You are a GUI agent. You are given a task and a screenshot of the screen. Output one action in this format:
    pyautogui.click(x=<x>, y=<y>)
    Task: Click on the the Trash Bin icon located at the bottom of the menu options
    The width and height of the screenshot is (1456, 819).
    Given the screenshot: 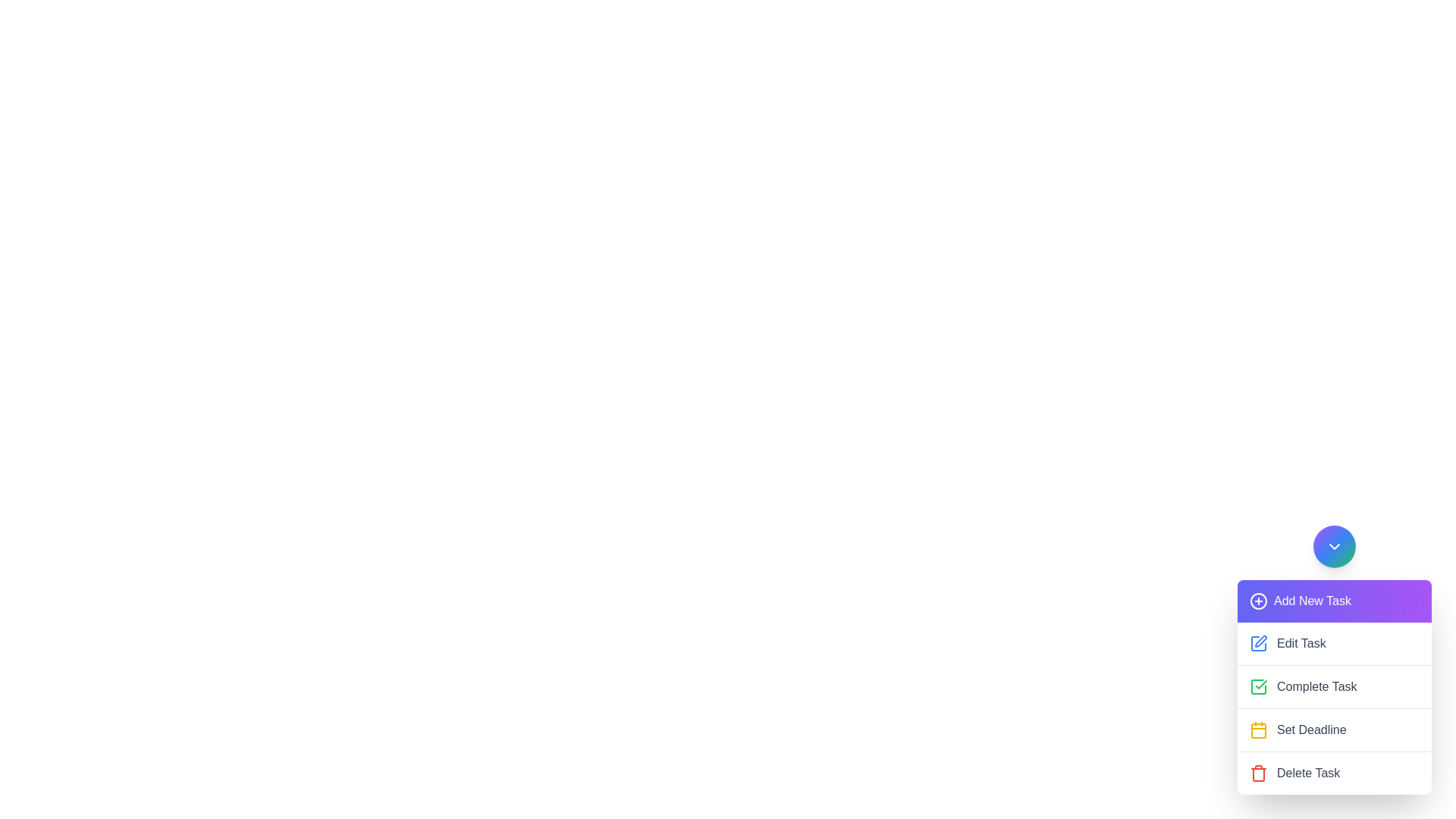 What is the action you would take?
    pyautogui.click(x=1259, y=773)
    